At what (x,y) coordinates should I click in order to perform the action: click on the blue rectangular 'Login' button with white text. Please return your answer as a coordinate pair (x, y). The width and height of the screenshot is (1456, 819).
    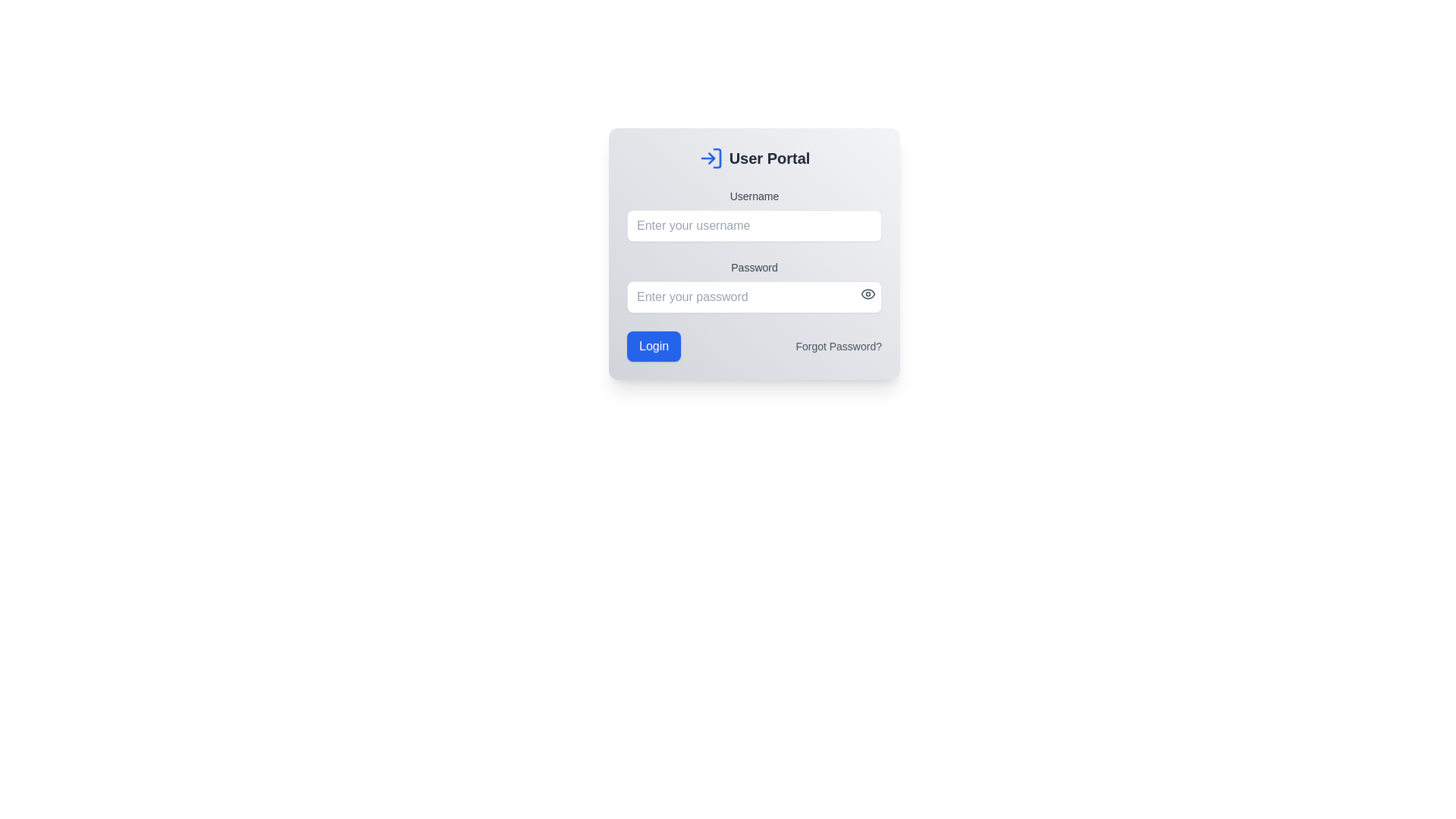
    Looking at the image, I should click on (654, 346).